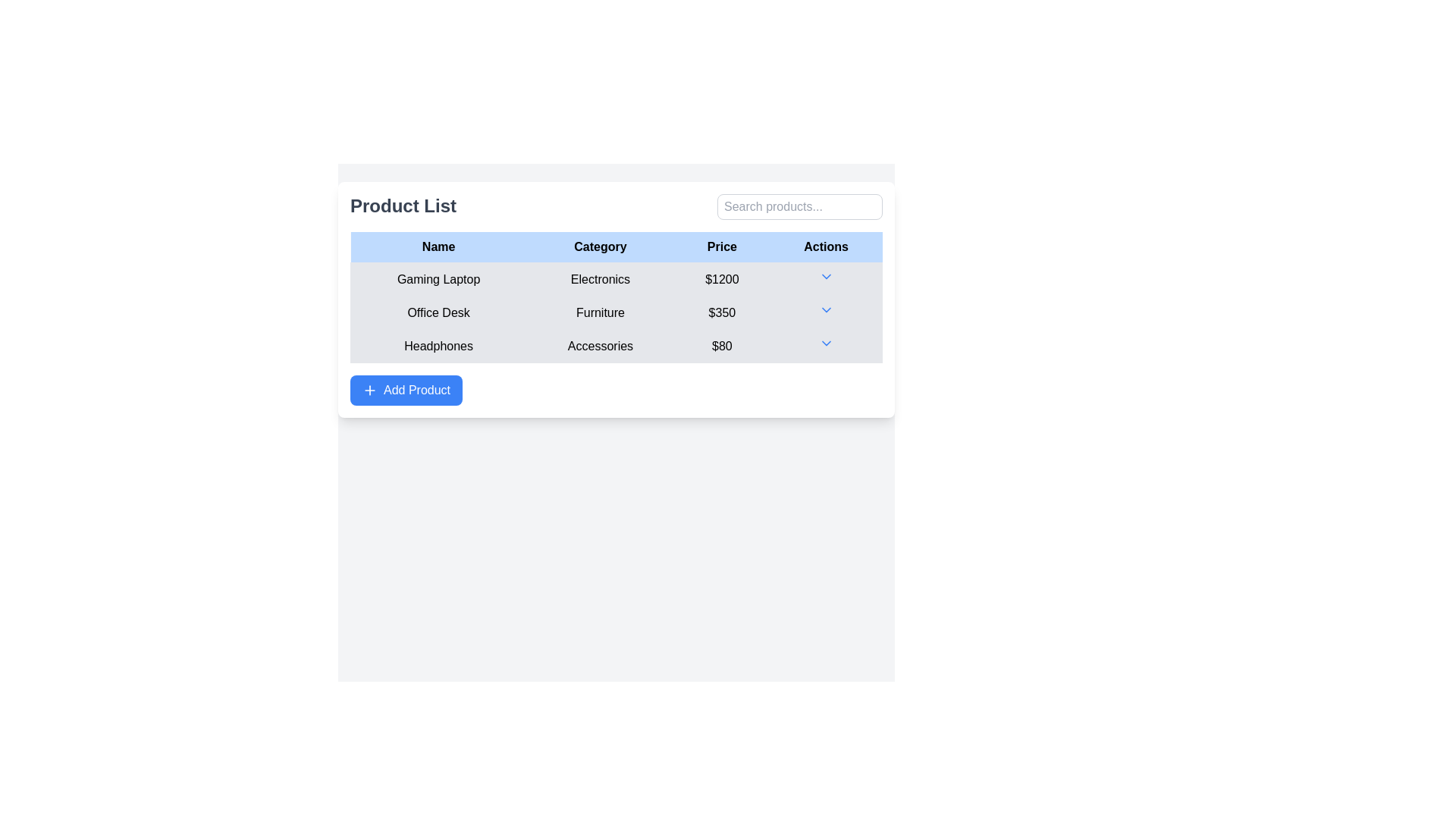 Image resolution: width=1456 pixels, height=819 pixels. I want to click on the downward-facing blue arrow icon in the Actions column of the row labeled 'Headphones', so click(825, 346).